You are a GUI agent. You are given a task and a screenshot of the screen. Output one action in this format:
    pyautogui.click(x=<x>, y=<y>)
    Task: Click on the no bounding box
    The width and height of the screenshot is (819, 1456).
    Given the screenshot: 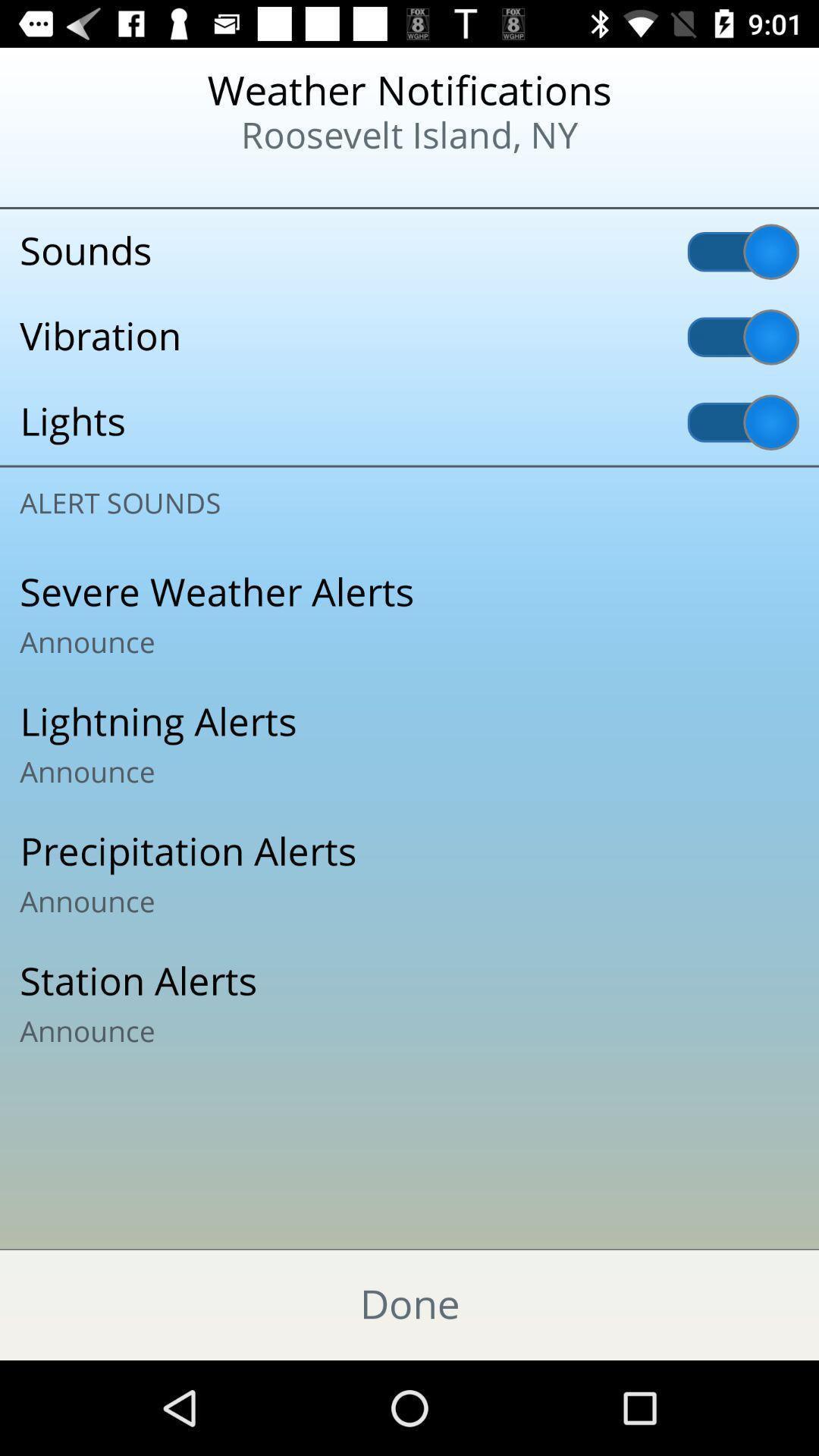 What is the action you would take?
    pyautogui.click(x=409, y=874)
    